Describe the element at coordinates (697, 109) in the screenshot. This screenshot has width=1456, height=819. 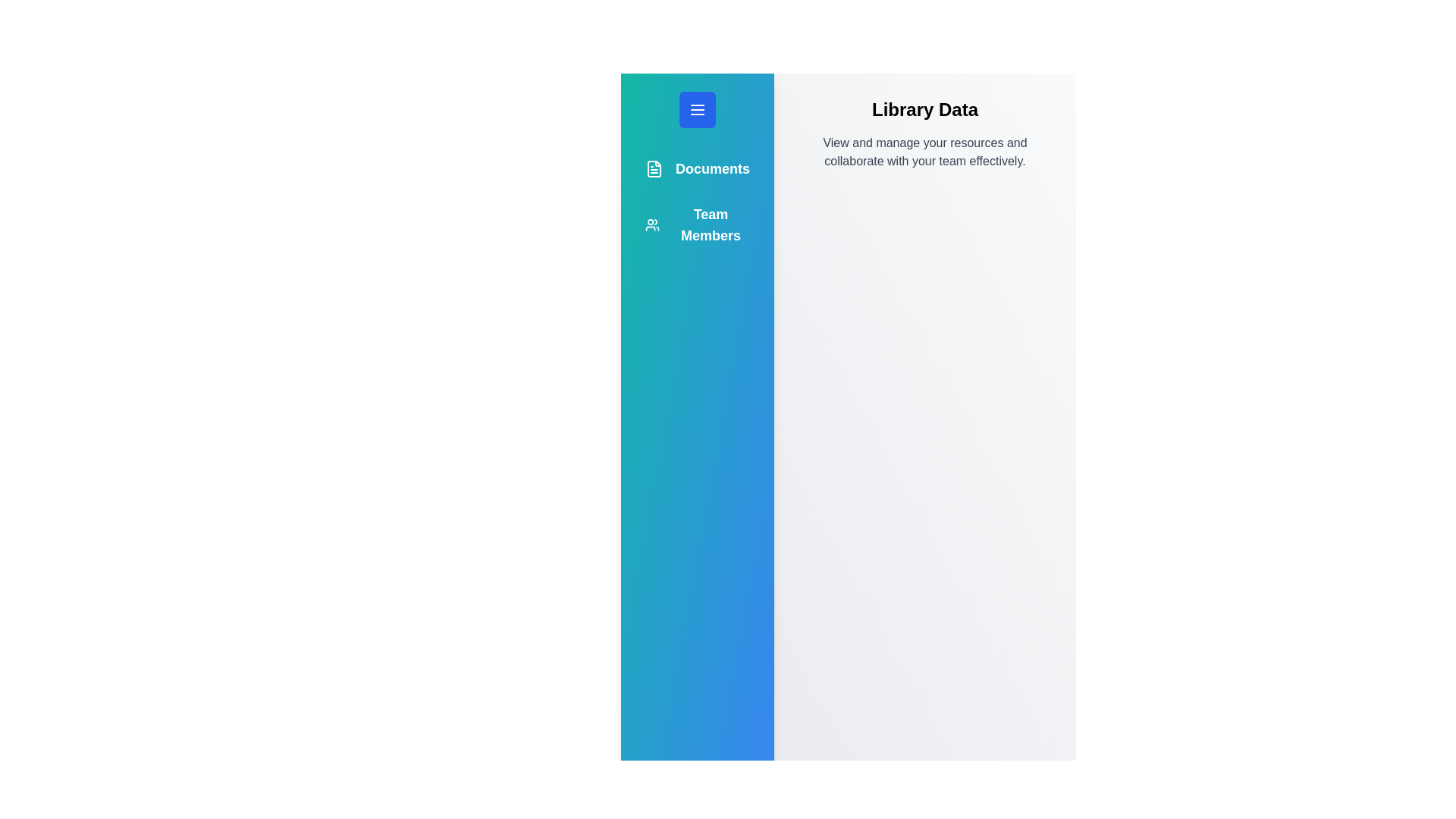
I see `toggle button to expand or collapse the drawer` at that location.